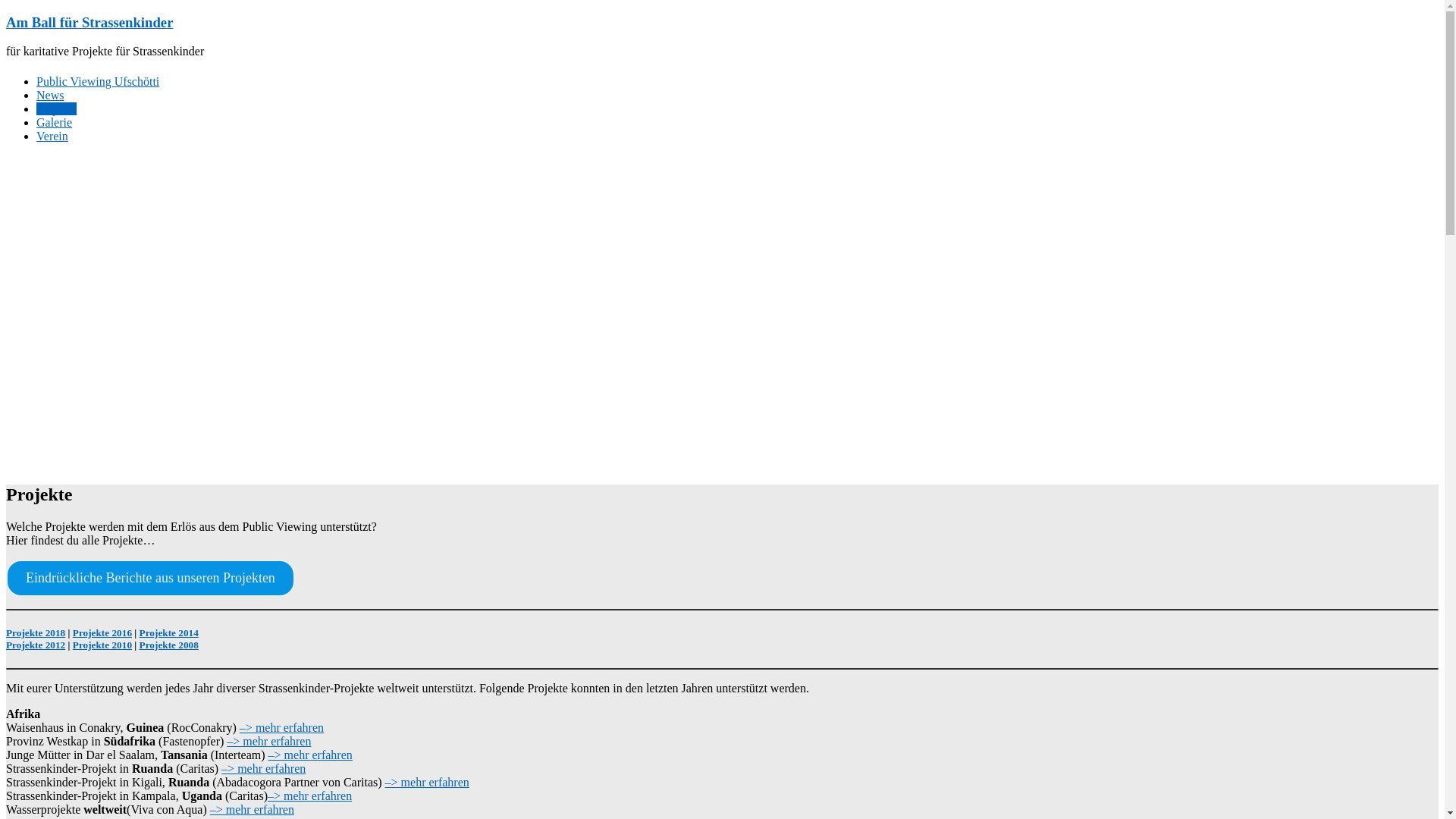  What do you see at coordinates (168, 632) in the screenshot?
I see `'Projekte 2014'` at bounding box center [168, 632].